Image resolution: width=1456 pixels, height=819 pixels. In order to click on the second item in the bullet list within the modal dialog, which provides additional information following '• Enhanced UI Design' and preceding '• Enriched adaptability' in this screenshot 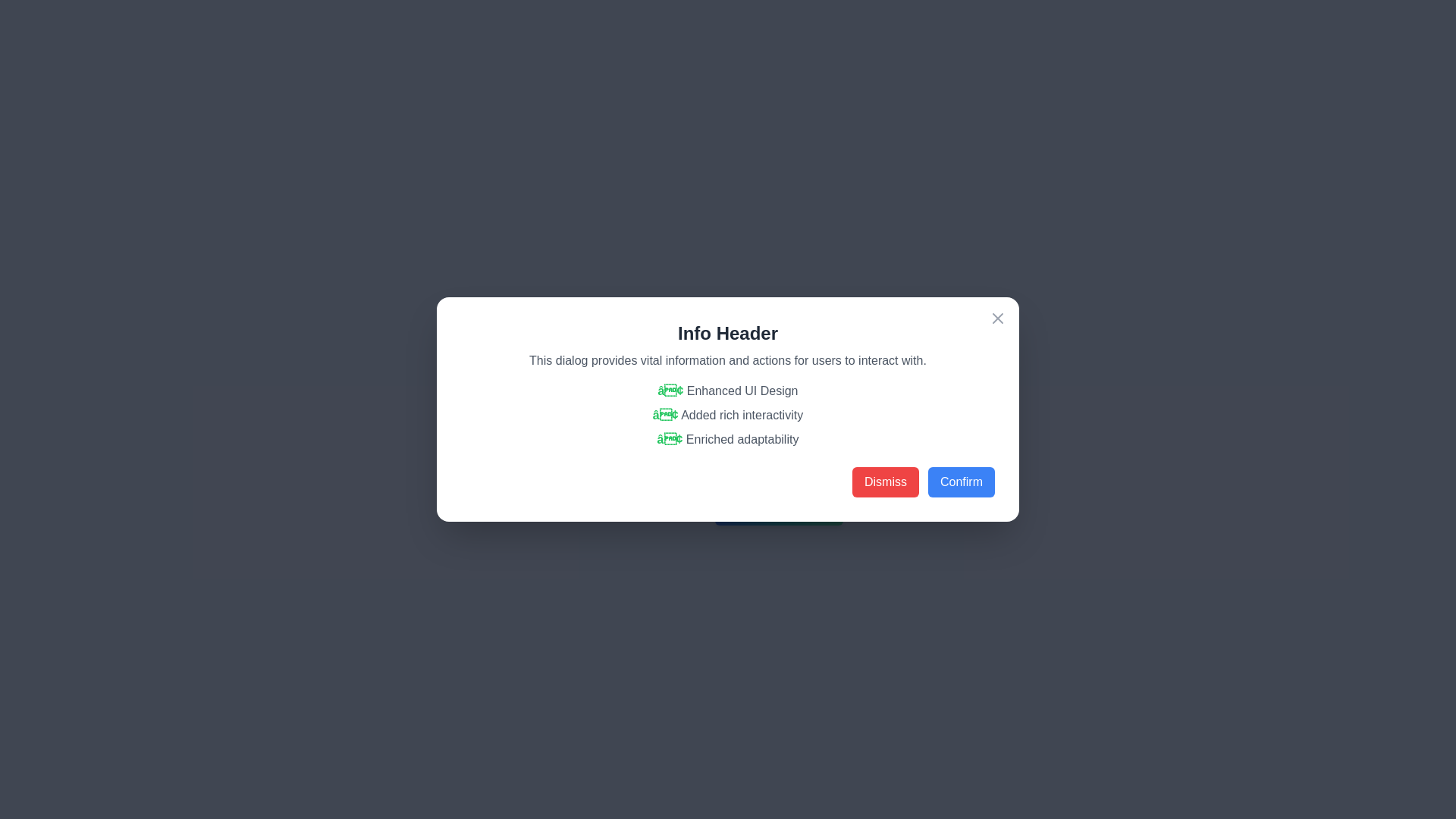, I will do `click(728, 409)`.